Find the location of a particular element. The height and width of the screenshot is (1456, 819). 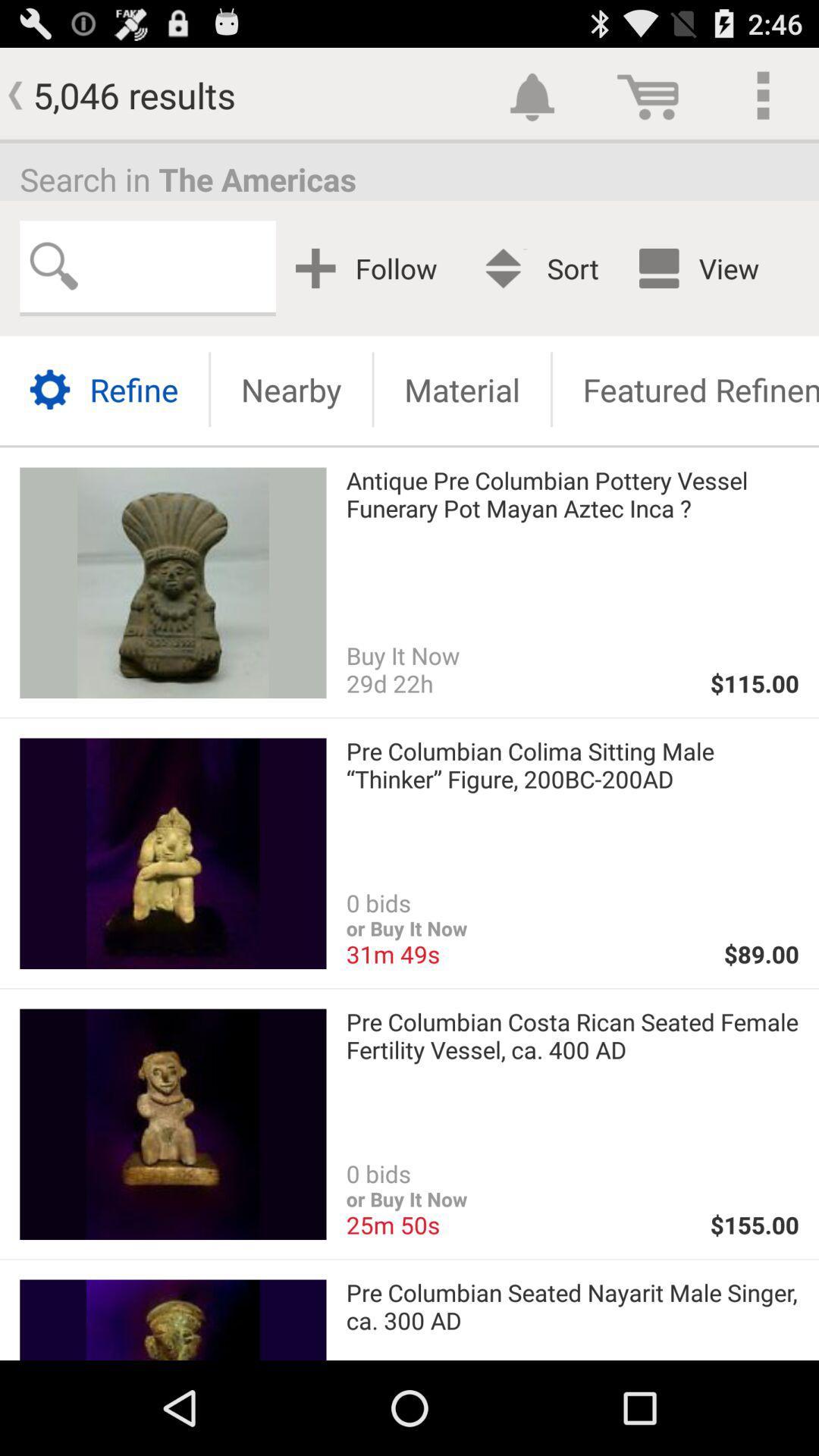

featured refinements icon is located at coordinates (686, 389).